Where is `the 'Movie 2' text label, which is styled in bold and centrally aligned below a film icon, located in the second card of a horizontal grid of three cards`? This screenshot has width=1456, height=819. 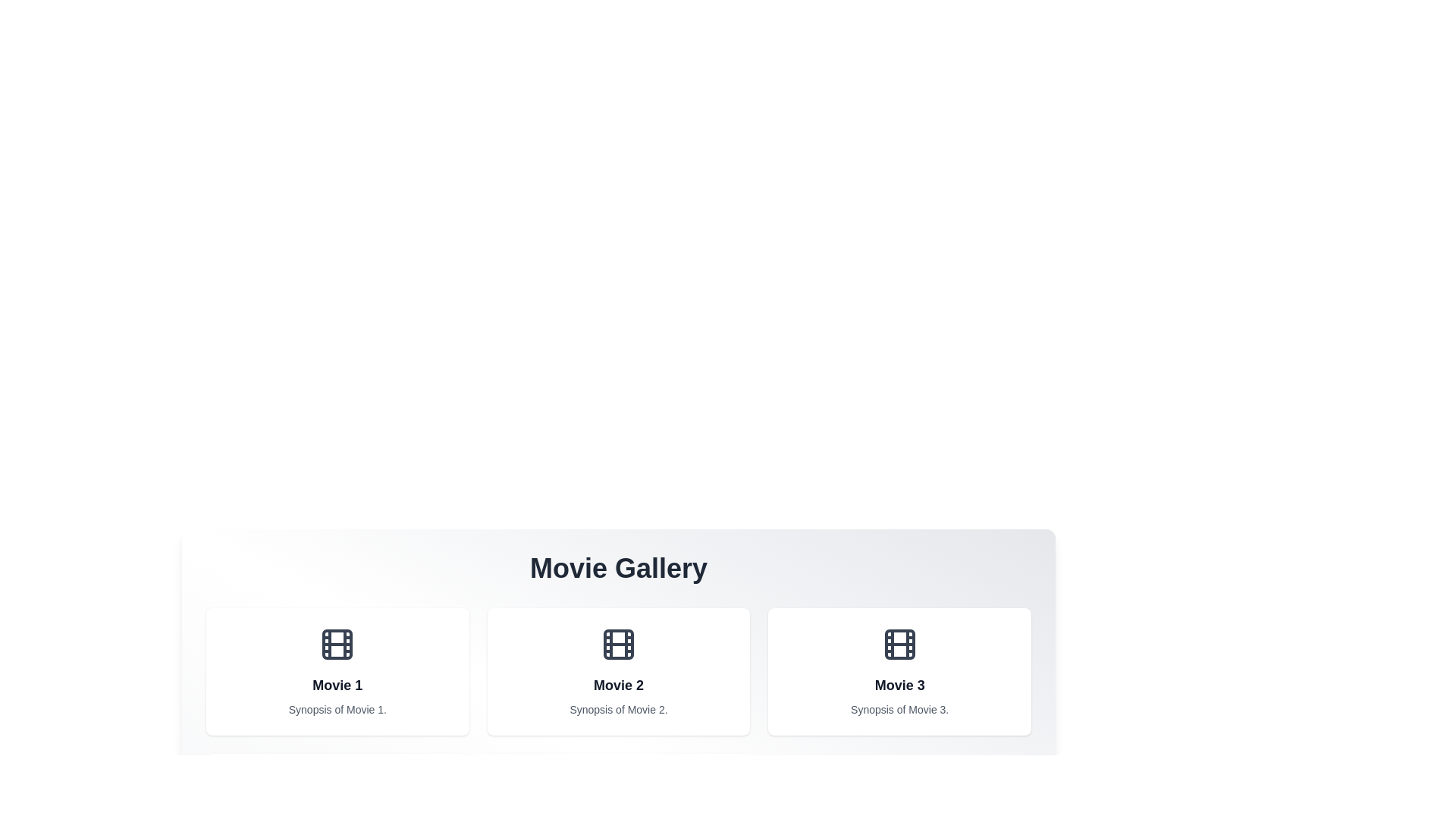
the 'Movie 2' text label, which is styled in bold and centrally aligned below a film icon, located in the second card of a horizontal grid of three cards is located at coordinates (619, 685).